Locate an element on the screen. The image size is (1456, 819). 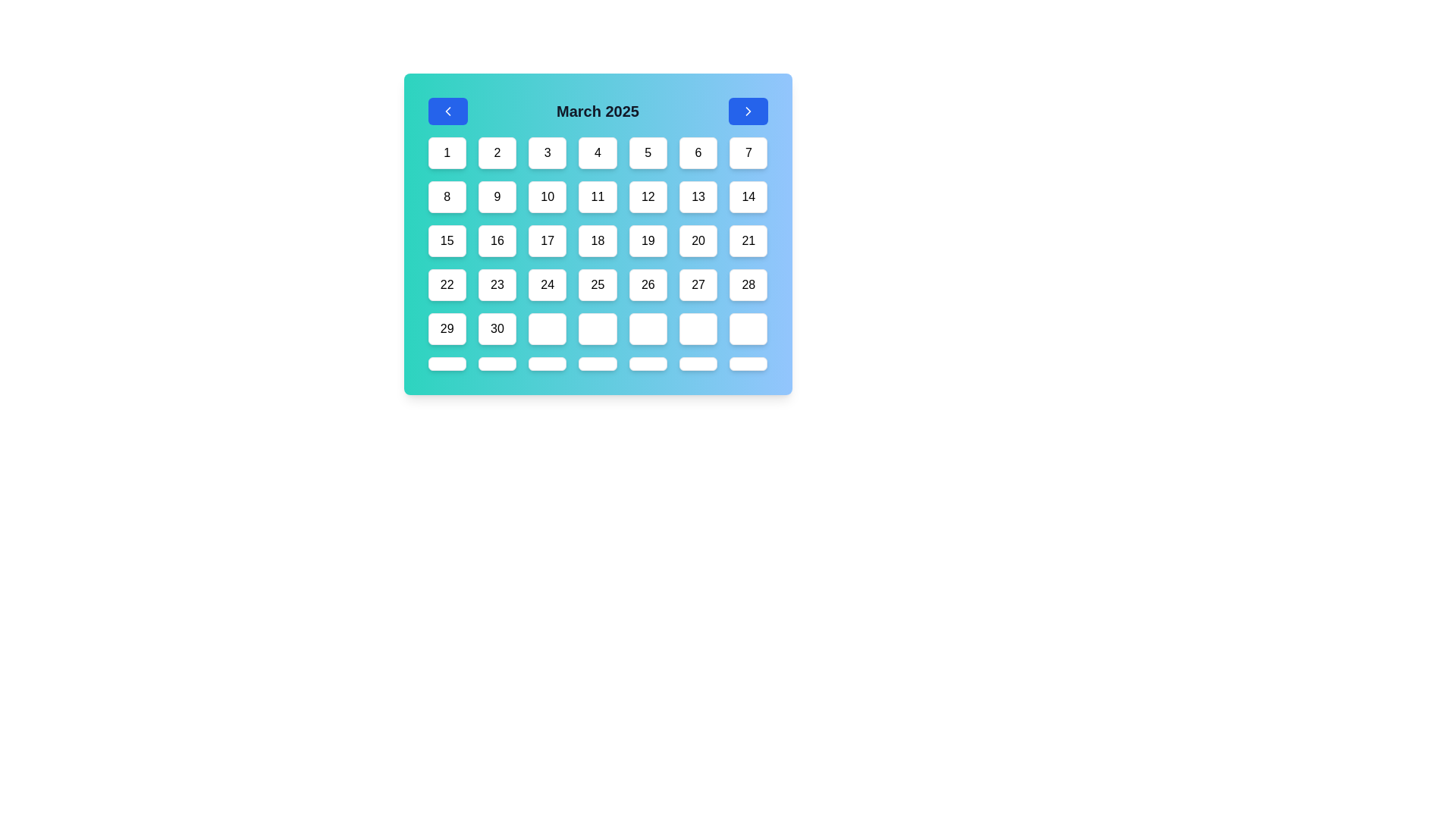
the inactive button located in the first column of the last row of the calendar grid, which serves as a decorative or functional placeholder is located at coordinates (446, 363).